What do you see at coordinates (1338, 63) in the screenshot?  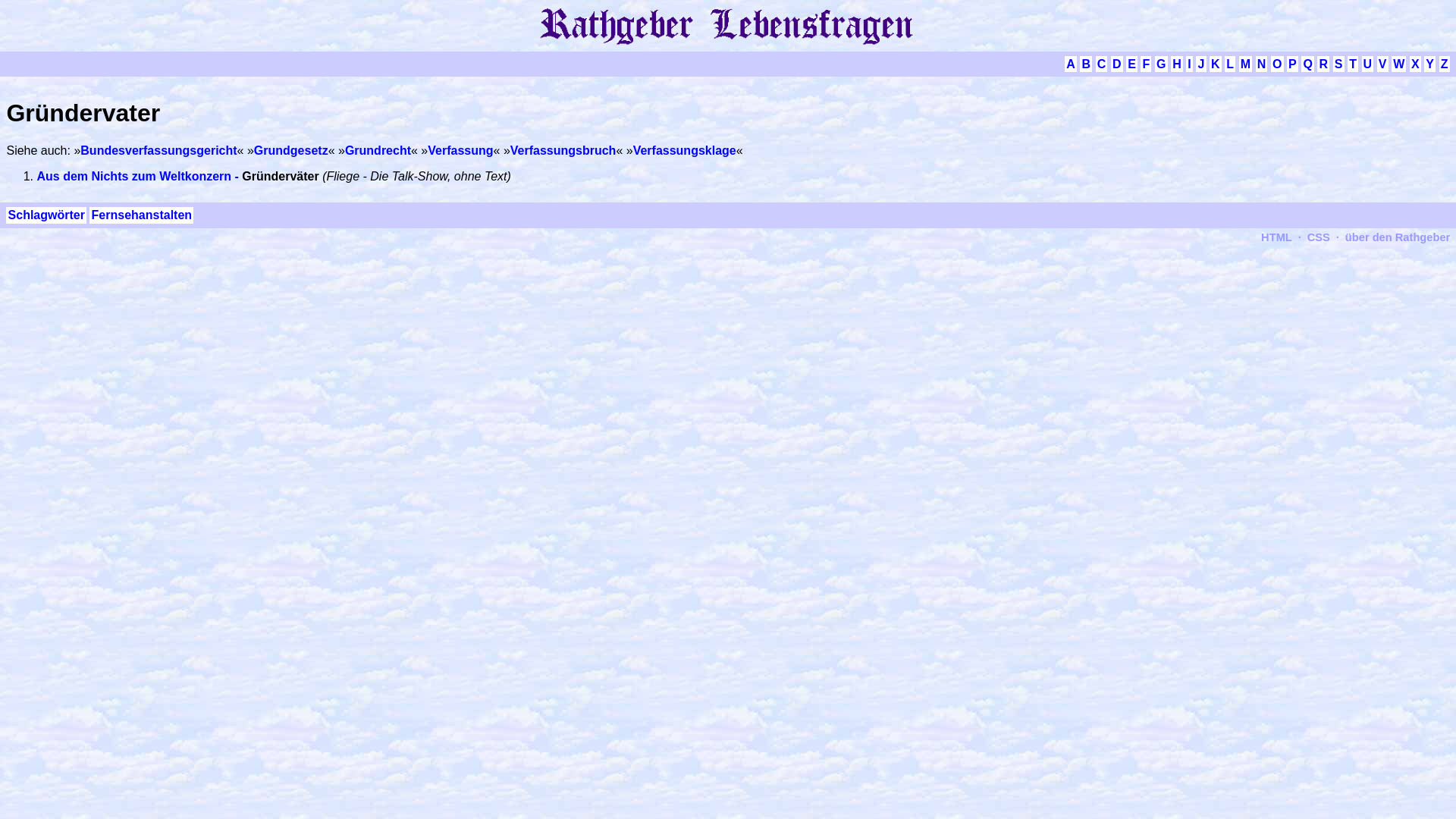 I see `'S'` at bounding box center [1338, 63].